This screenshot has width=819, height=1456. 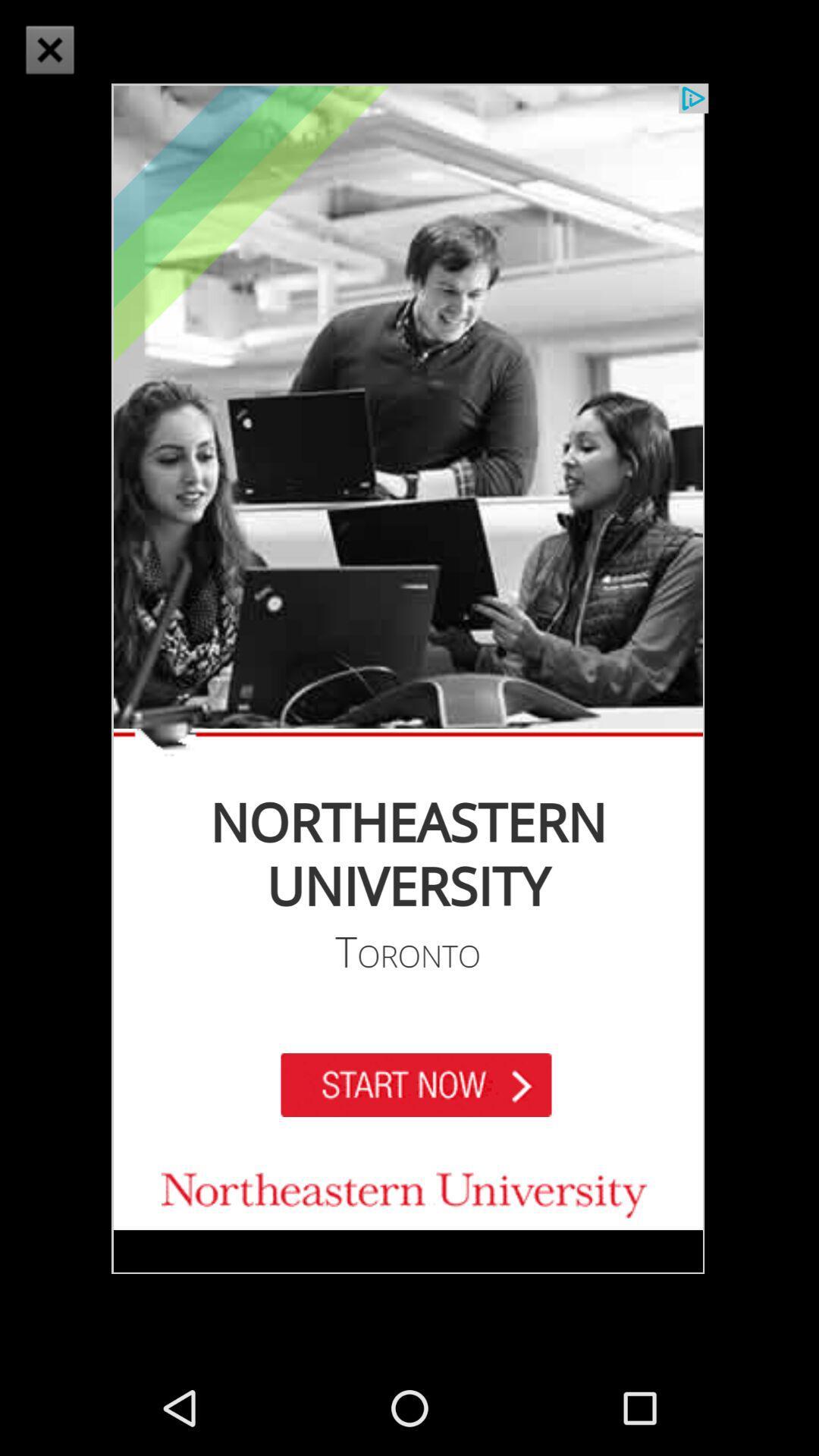 I want to click on the close icon, so click(x=58, y=63).